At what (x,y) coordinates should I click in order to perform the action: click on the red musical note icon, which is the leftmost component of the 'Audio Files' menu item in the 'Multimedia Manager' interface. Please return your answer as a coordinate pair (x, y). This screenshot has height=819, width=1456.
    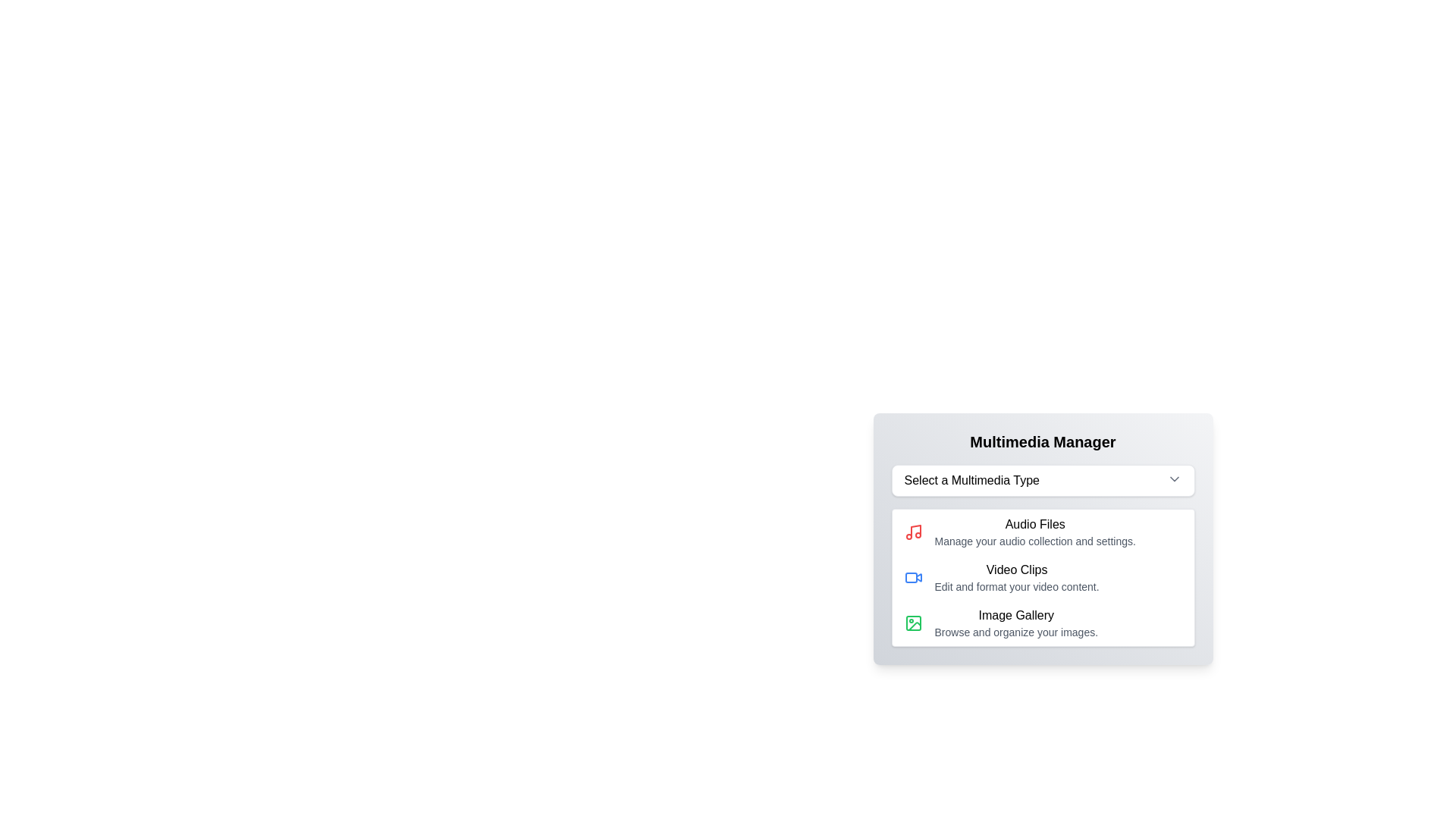
    Looking at the image, I should click on (912, 532).